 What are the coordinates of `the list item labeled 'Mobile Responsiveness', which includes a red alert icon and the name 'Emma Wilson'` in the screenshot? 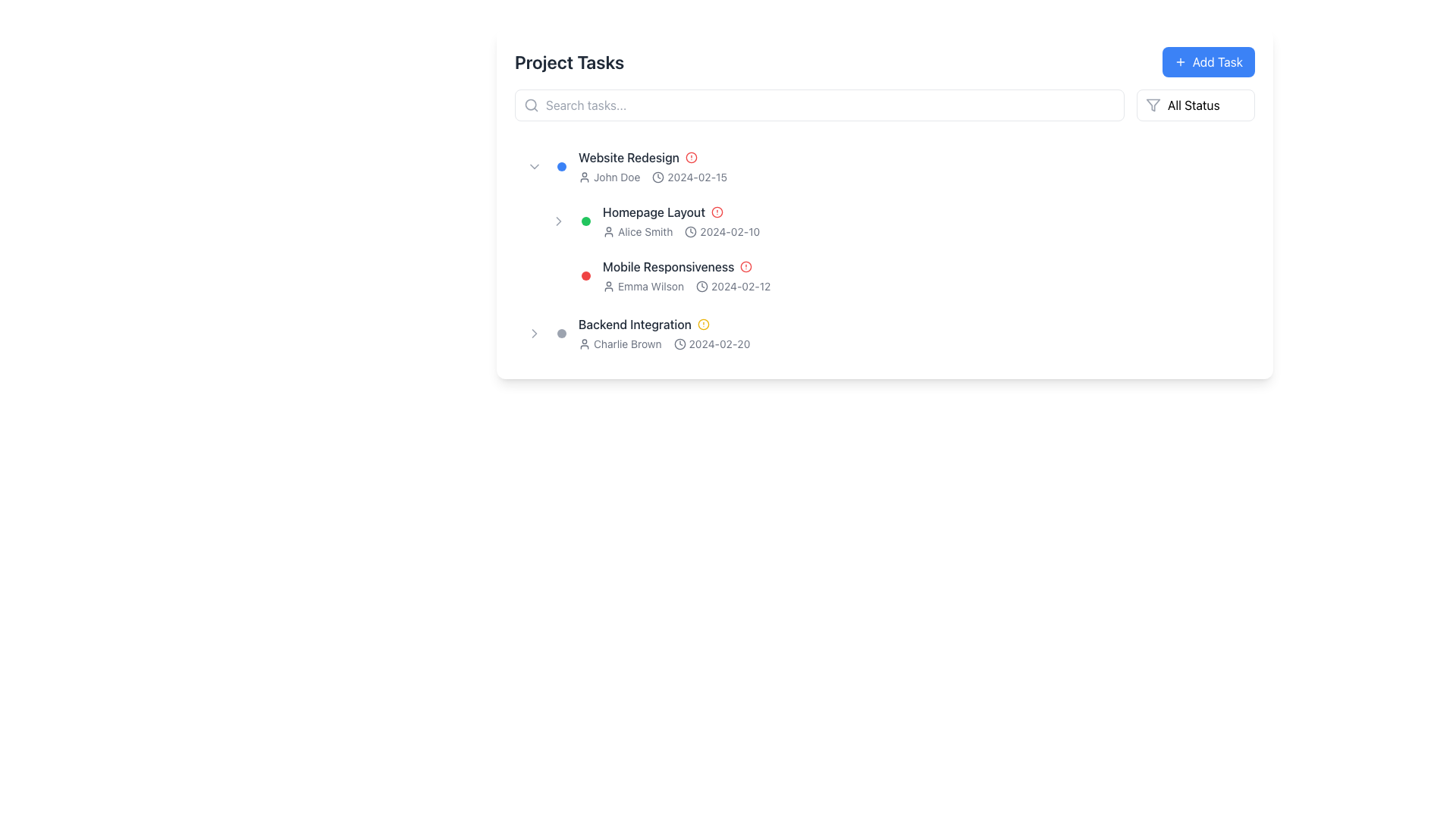 It's located at (896, 275).